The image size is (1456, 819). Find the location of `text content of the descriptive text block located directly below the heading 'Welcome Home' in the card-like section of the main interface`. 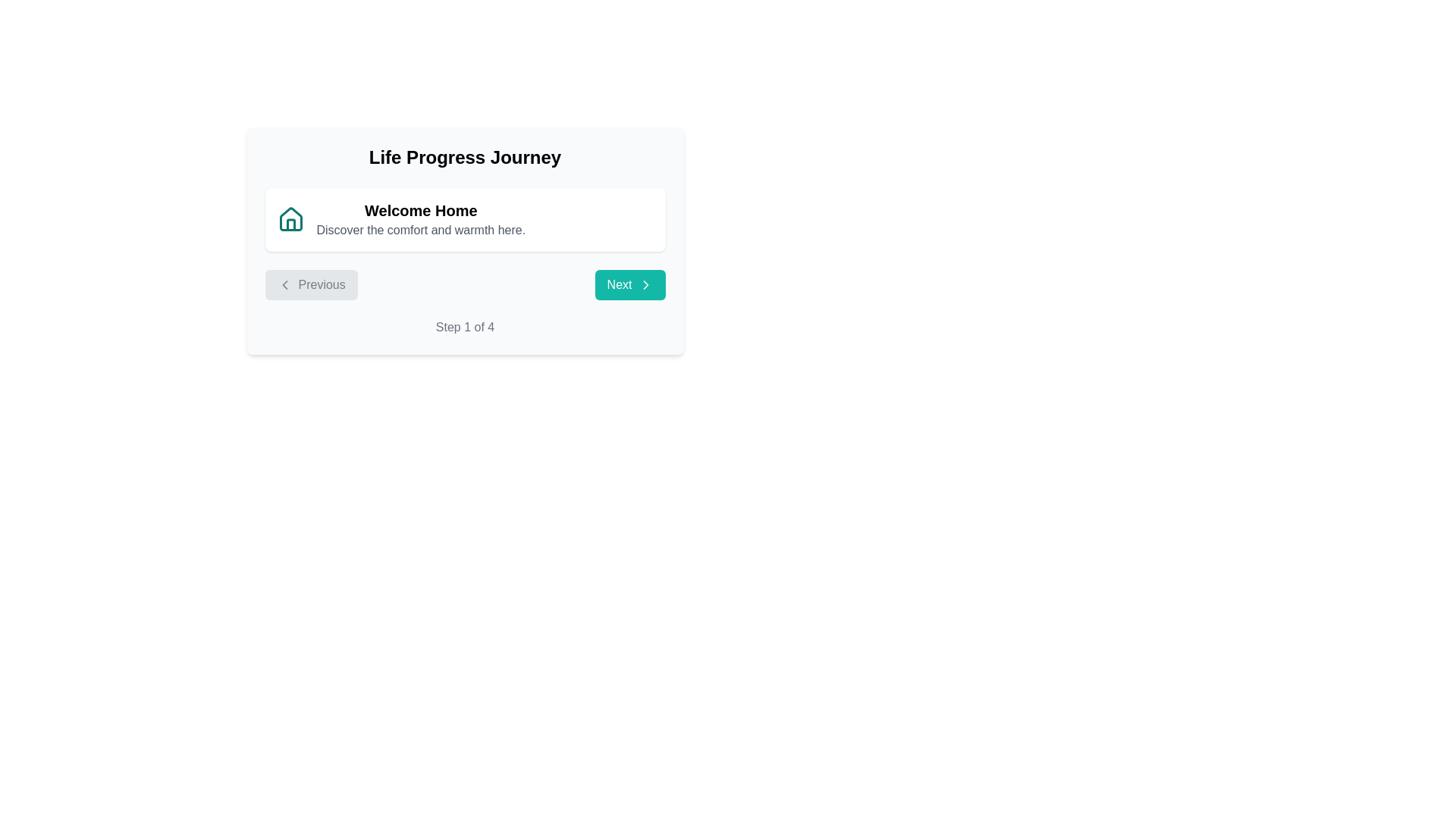

text content of the descriptive text block located directly below the heading 'Welcome Home' in the card-like section of the main interface is located at coordinates (421, 231).